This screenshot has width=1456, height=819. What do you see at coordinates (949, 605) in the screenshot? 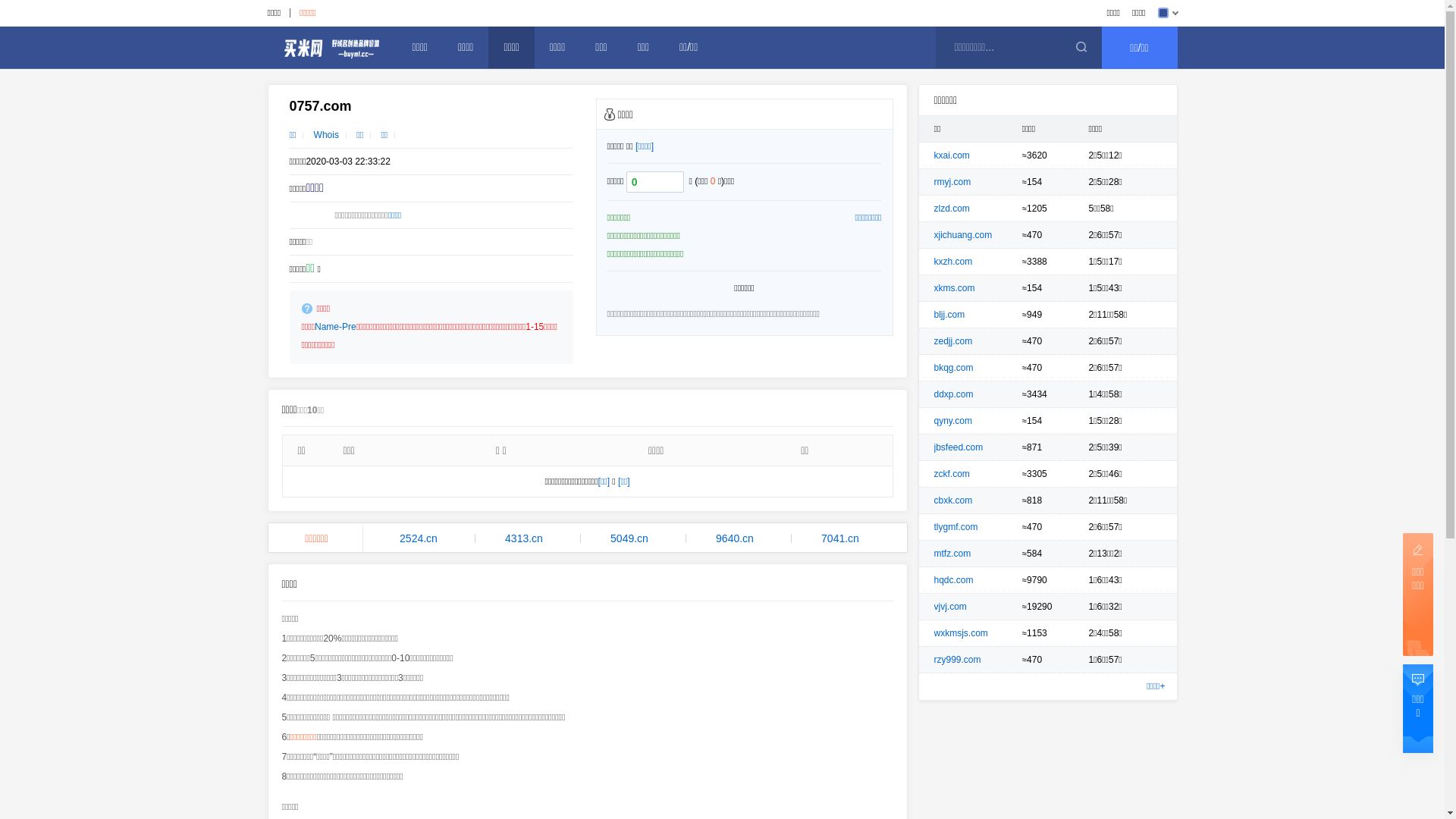
I see `'vjvj.com'` at bounding box center [949, 605].